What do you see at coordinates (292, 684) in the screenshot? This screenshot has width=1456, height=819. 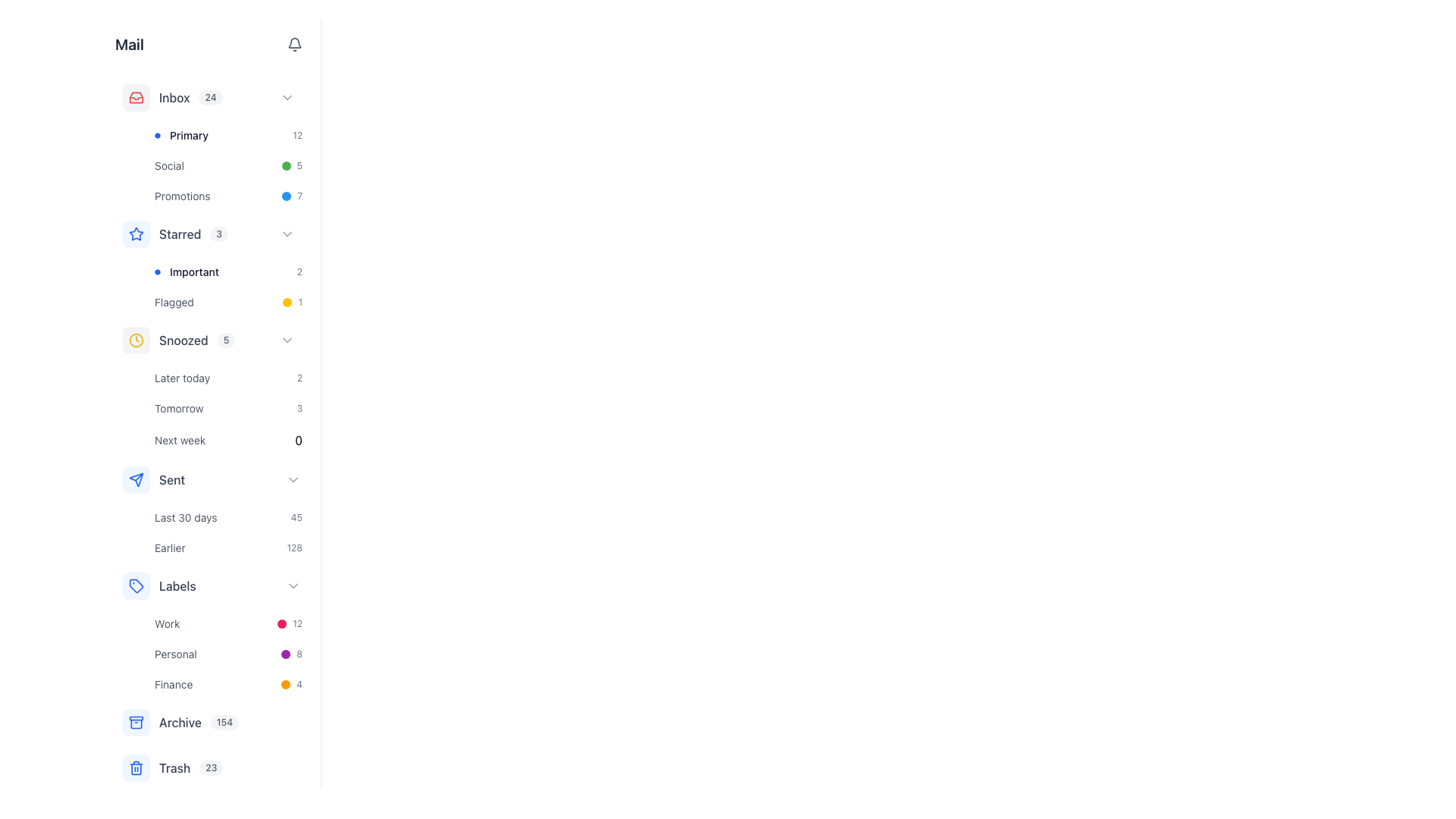 I see `the orange circular indicator with the numeric text '4' in the lower section of the left sidebar under the 'Finance' category` at bounding box center [292, 684].